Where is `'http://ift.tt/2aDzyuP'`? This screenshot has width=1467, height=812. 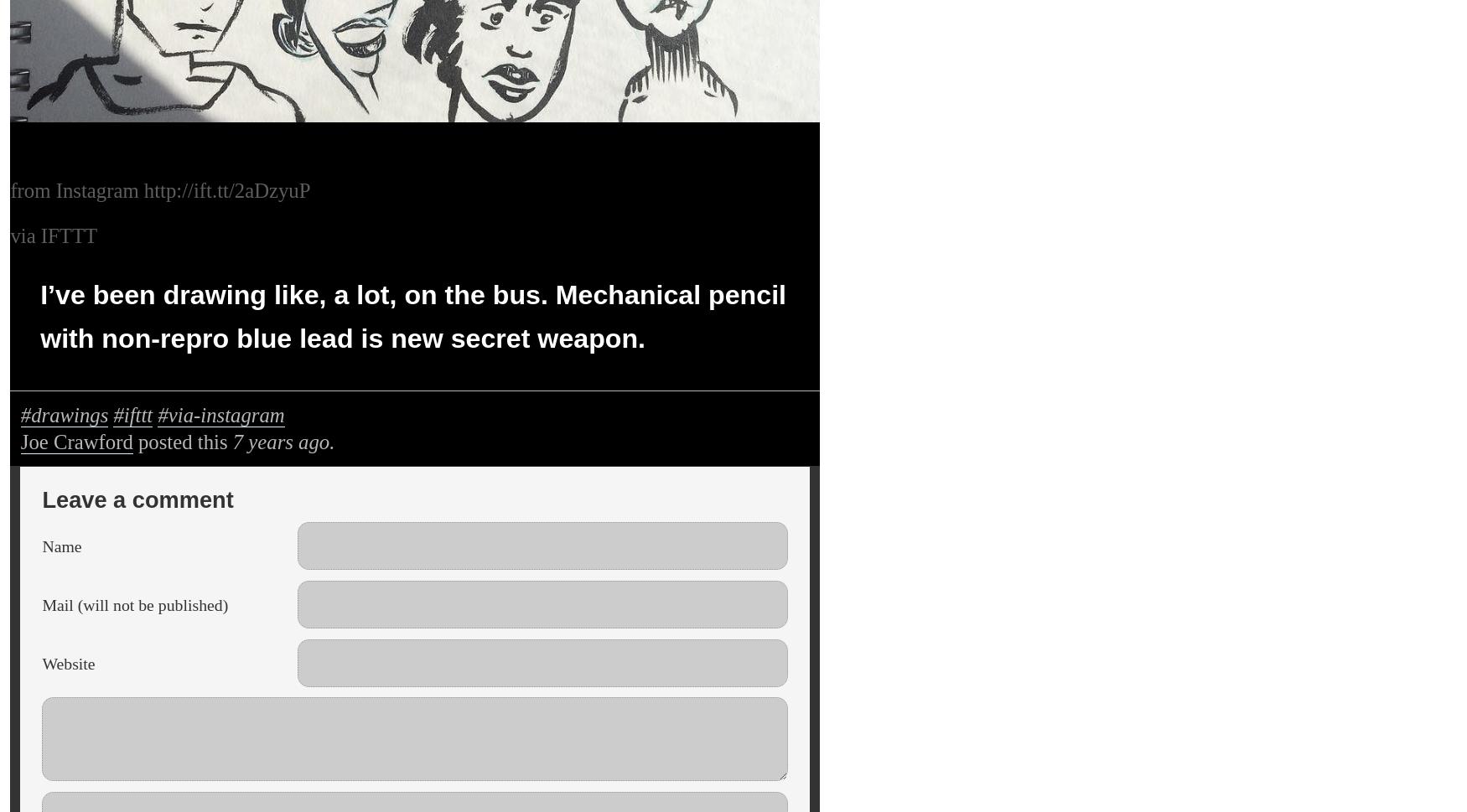
'http://ift.tt/2aDzyuP' is located at coordinates (142, 189).